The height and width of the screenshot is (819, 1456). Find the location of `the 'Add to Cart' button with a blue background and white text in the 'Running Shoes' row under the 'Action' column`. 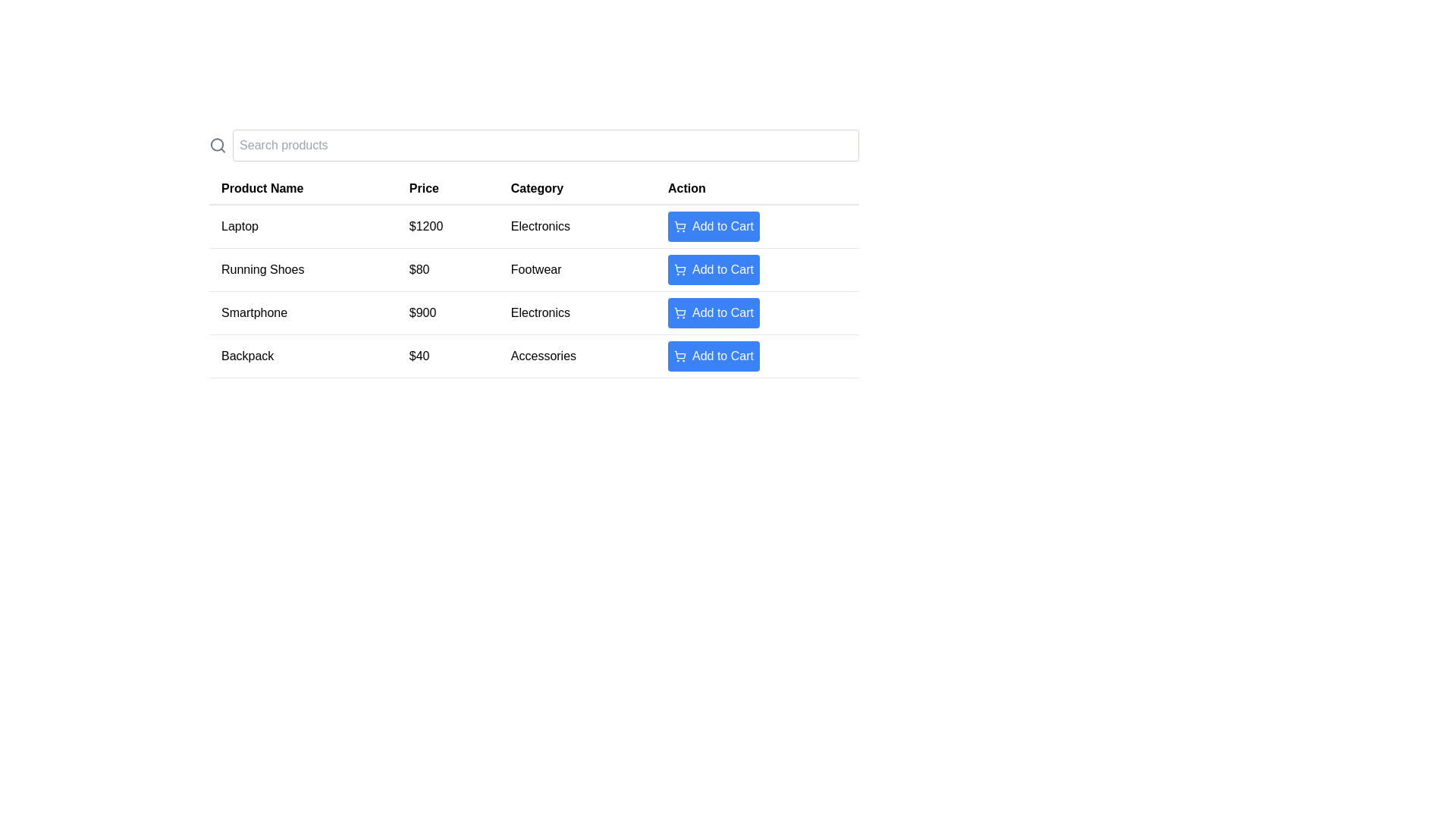

the 'Add to Cart' button with a blue background and white text in the 'Running Shoes' row under the 'Action' column is located at coordinates (713, 268).